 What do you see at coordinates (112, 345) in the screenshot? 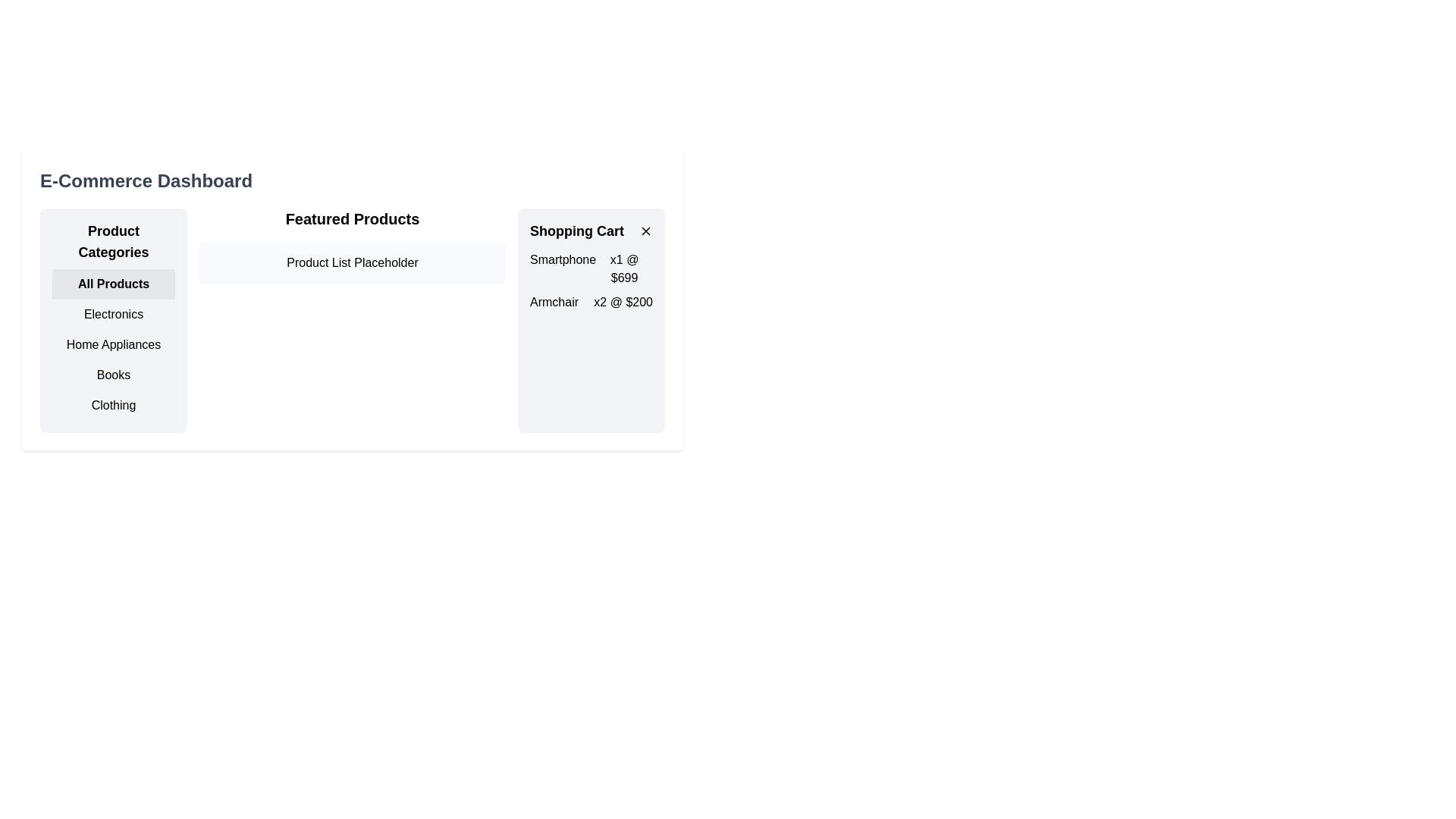
I see `the third list item labeled 'Home Appliances' in the Product Categories menu` at bounding box center [112, 345].